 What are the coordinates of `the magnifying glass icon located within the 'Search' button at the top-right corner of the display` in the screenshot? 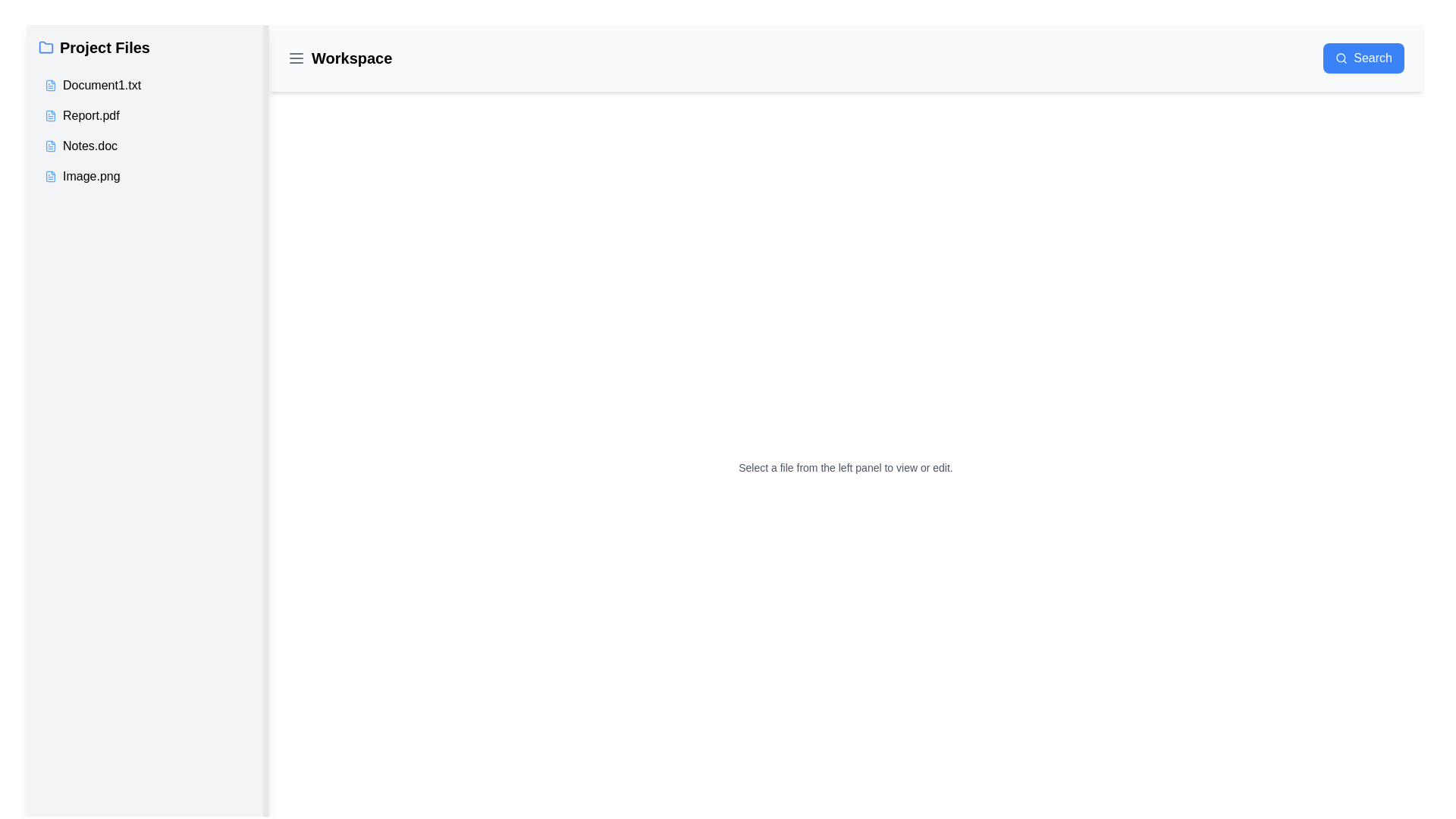 It's located at (1341, 58).